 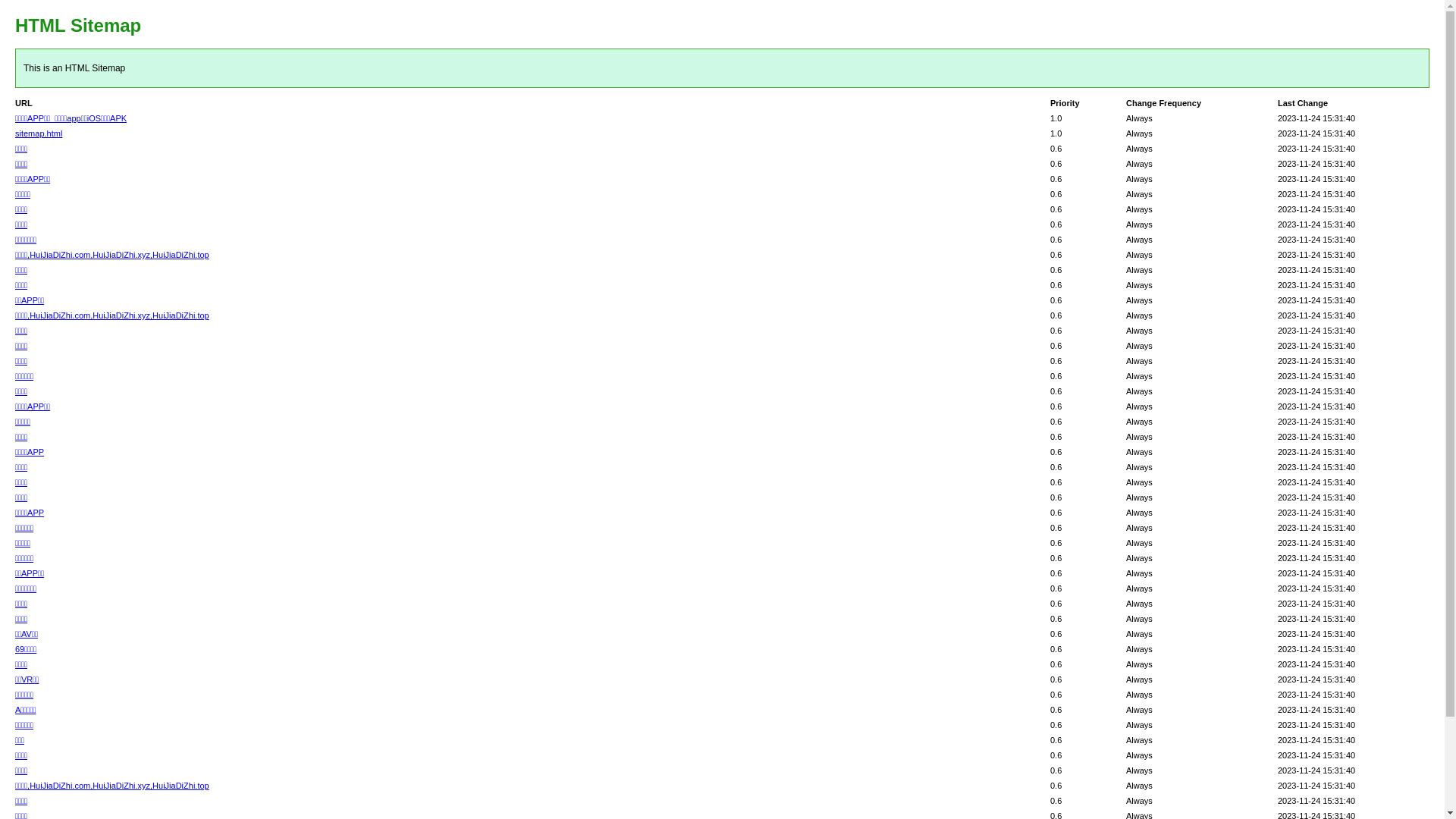 I want to click on 'sitemap.html', so click(x=39, y=133).